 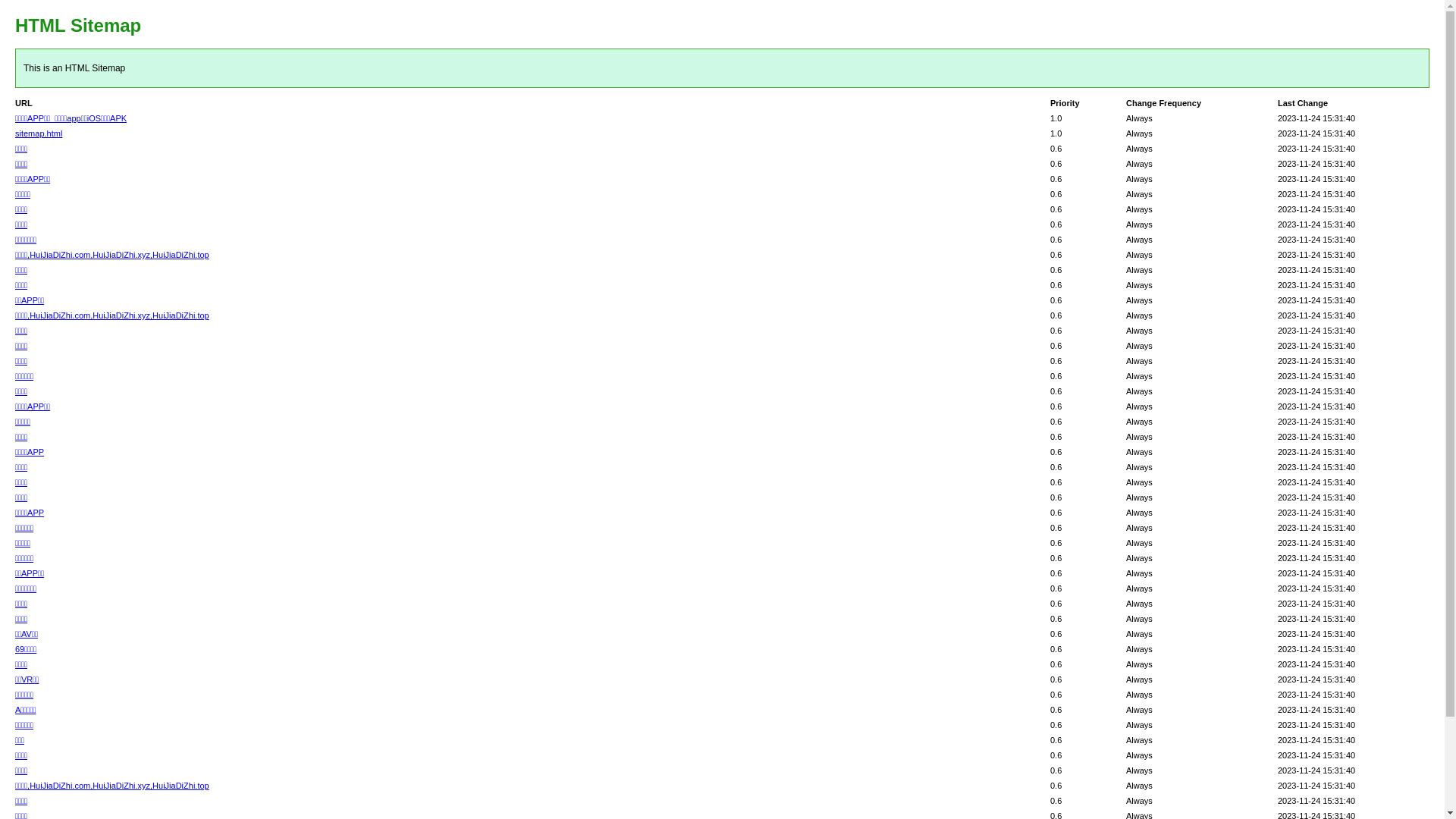 I want to click on 'sitemap.html', so click(x=39, y=133).